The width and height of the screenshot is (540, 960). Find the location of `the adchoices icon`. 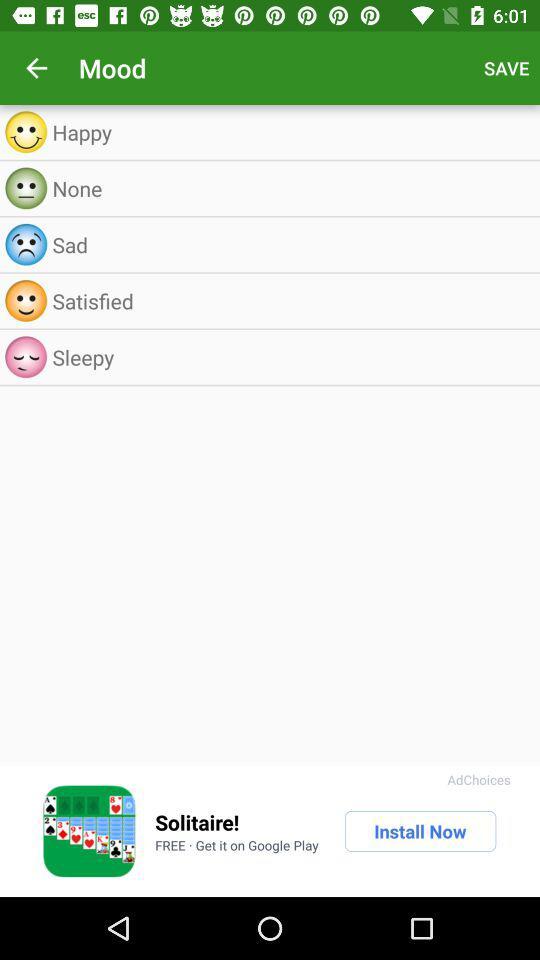

the adchoices icon is located at coordinates (478, 778).